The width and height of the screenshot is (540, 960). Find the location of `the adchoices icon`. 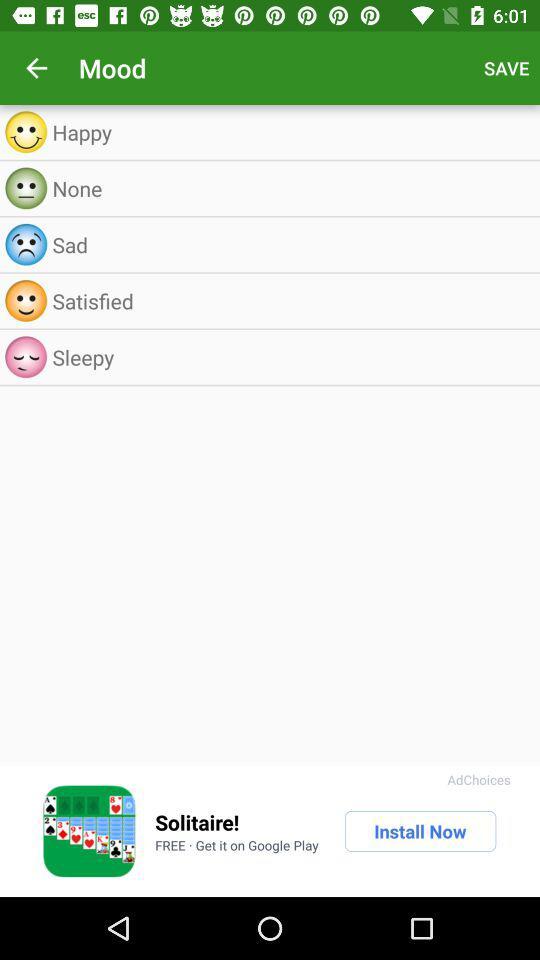

the adchoices icon is located at coordinates (478, 778).